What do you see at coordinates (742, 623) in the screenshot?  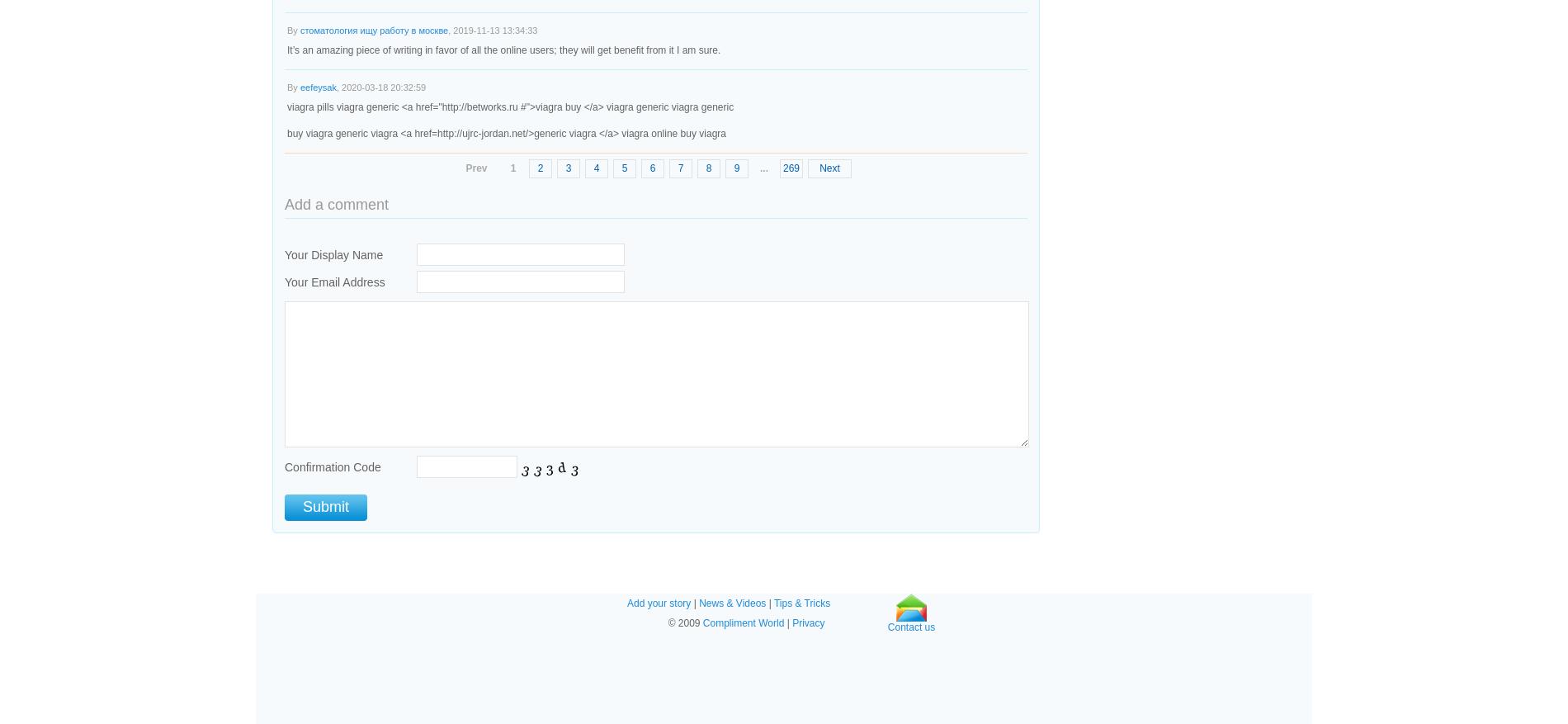 I see `'Compliment World'` at bounding box center [742, 623].